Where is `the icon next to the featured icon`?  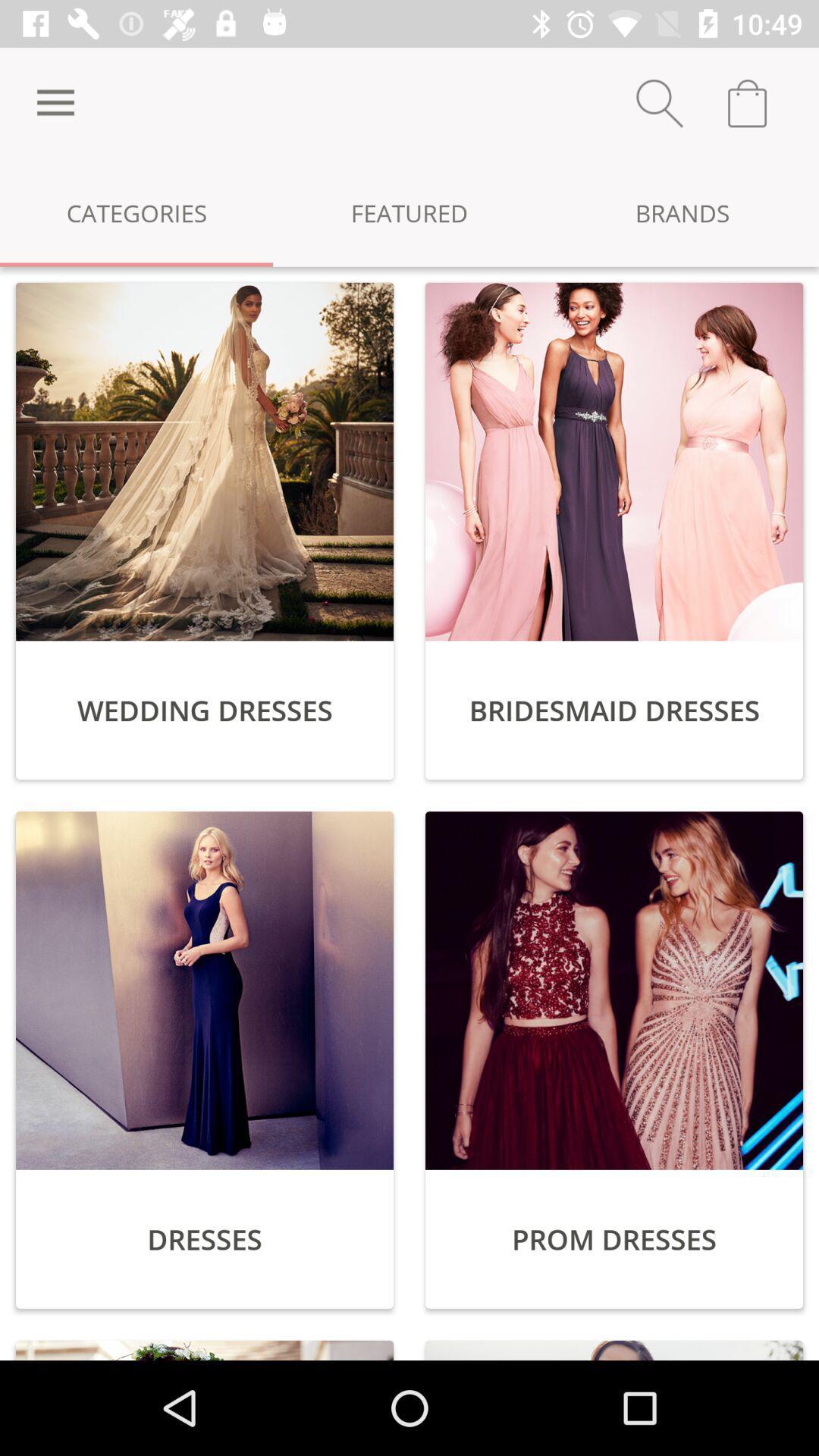
the icon next to the featured icon is located at coordinates (681, 212).